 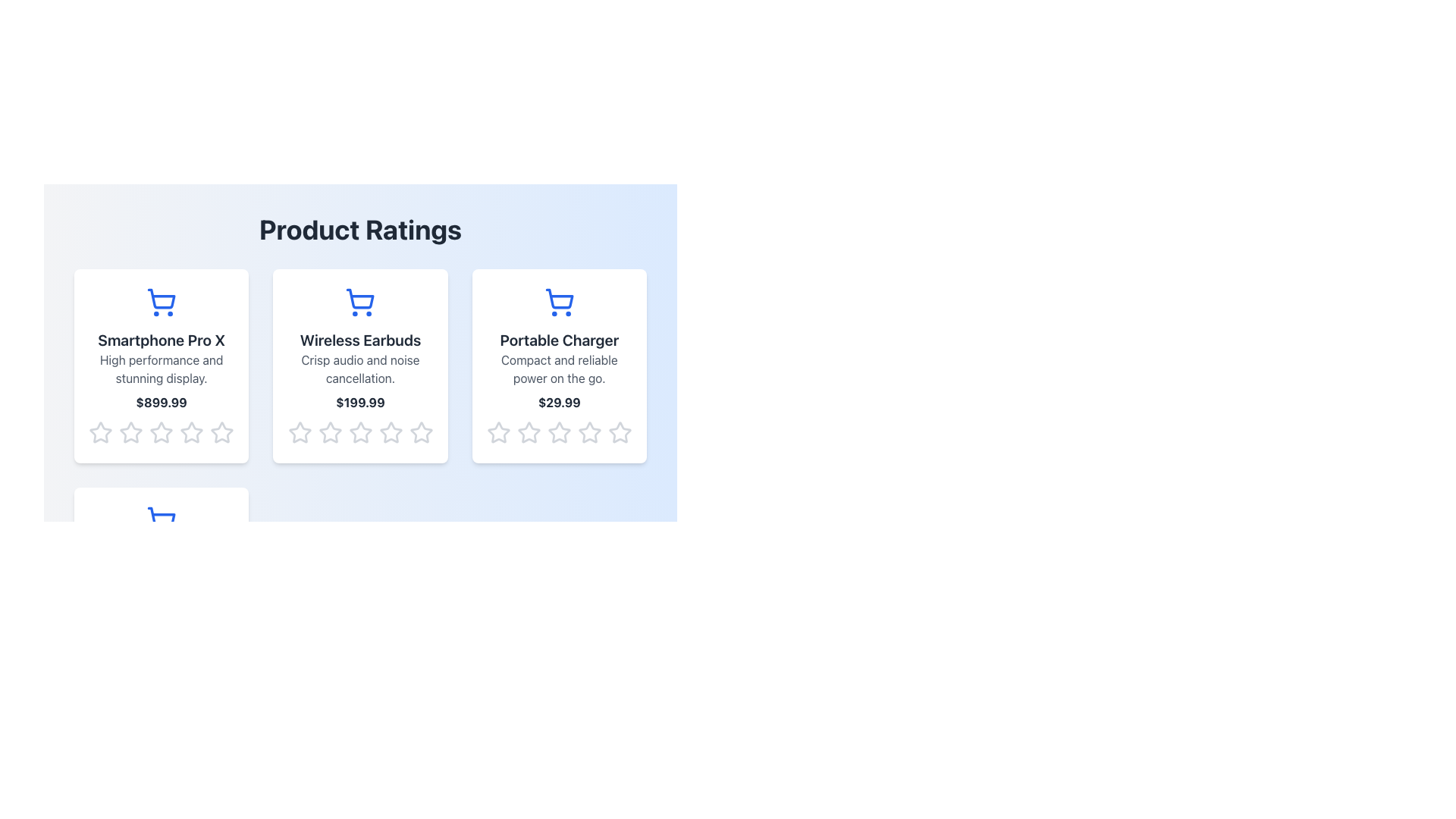 I want to click on the first star icon in the rating bar for the product 'Smartphone Pro X', so click(x=100, y=432).